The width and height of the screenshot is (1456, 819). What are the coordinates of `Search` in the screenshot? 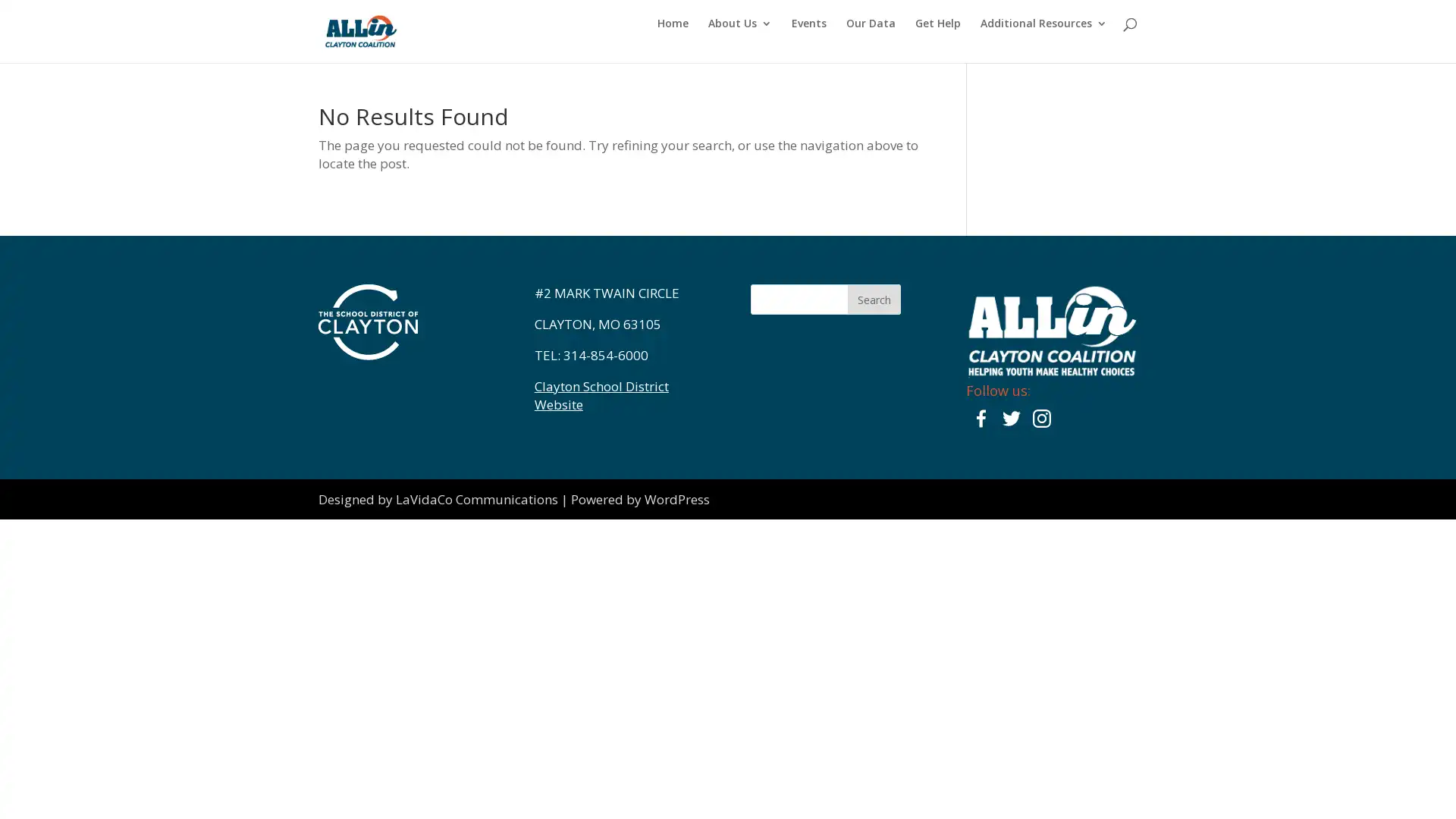 It's located at (874, 305).